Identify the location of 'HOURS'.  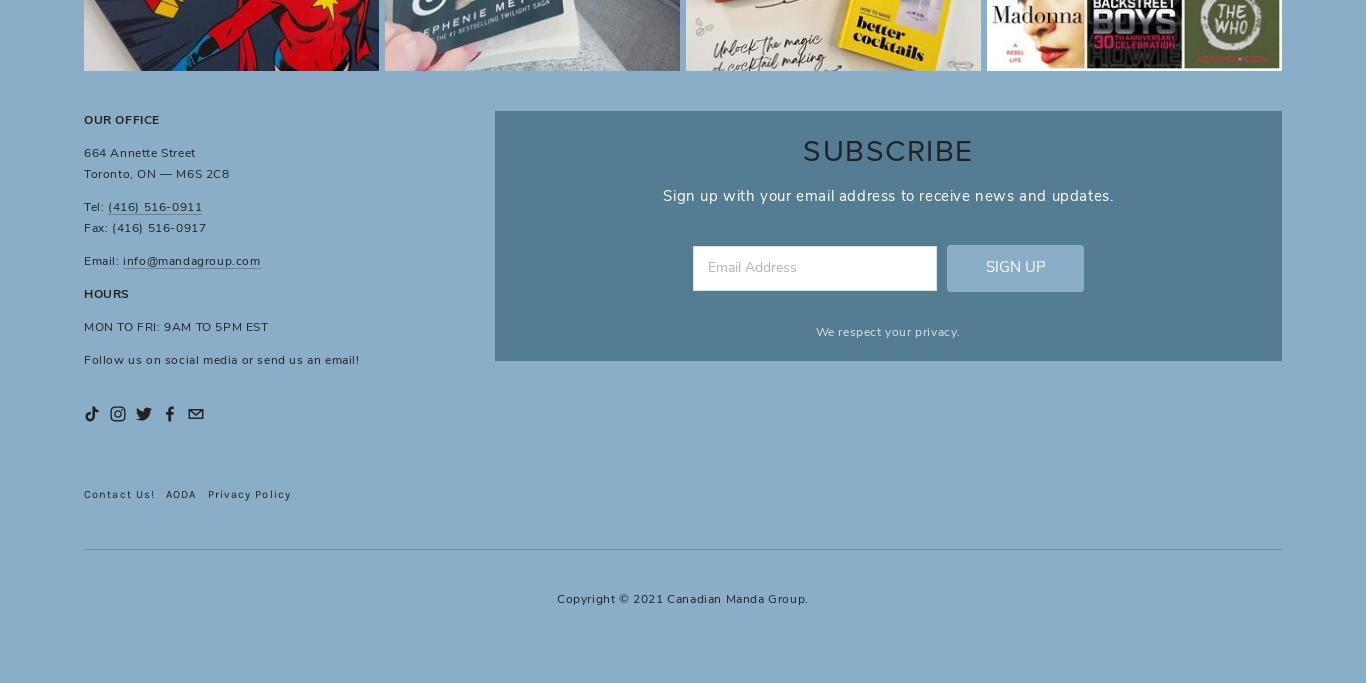
(106, 294).